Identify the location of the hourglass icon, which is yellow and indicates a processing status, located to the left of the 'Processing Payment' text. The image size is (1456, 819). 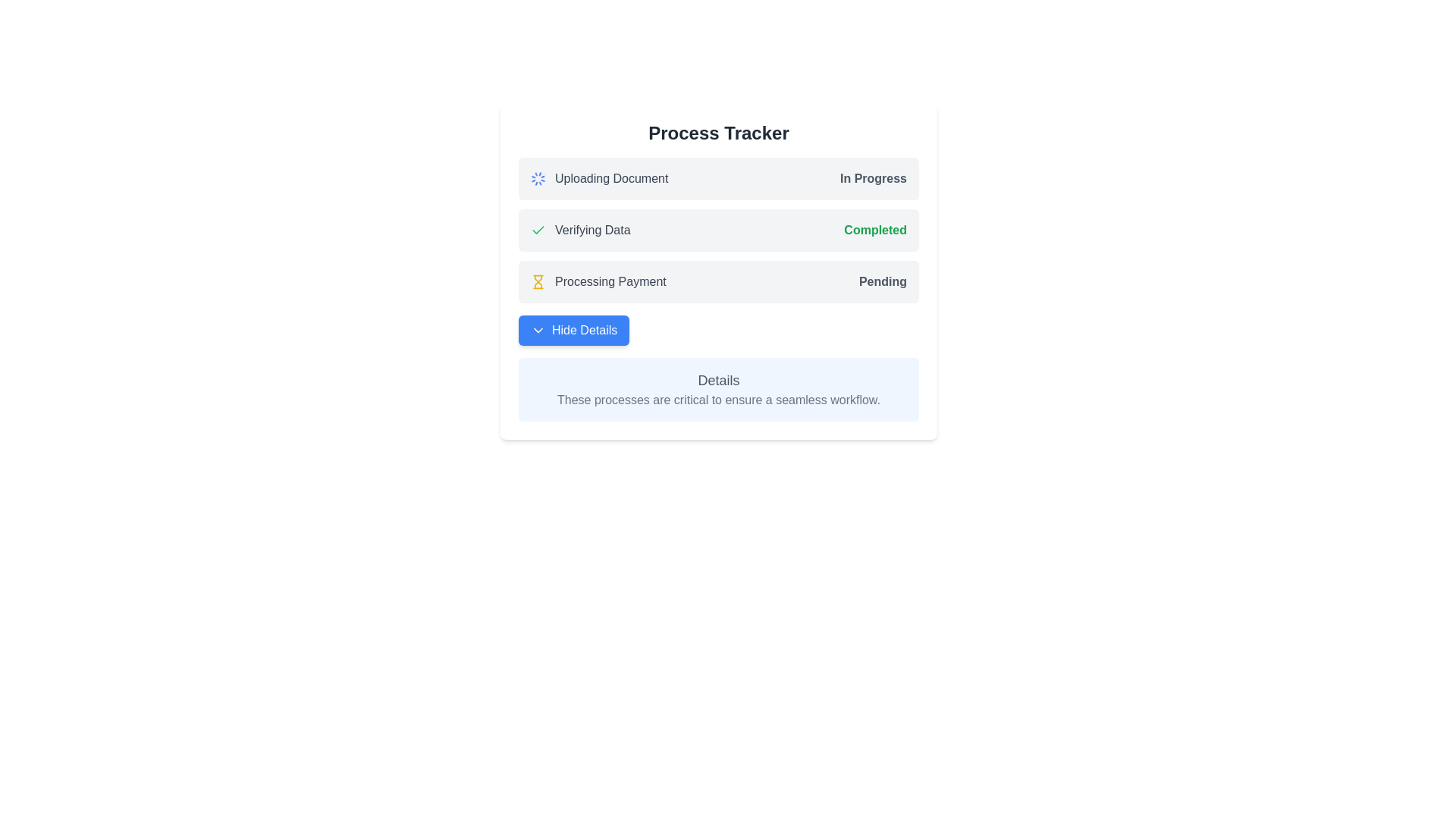
(538, 281).